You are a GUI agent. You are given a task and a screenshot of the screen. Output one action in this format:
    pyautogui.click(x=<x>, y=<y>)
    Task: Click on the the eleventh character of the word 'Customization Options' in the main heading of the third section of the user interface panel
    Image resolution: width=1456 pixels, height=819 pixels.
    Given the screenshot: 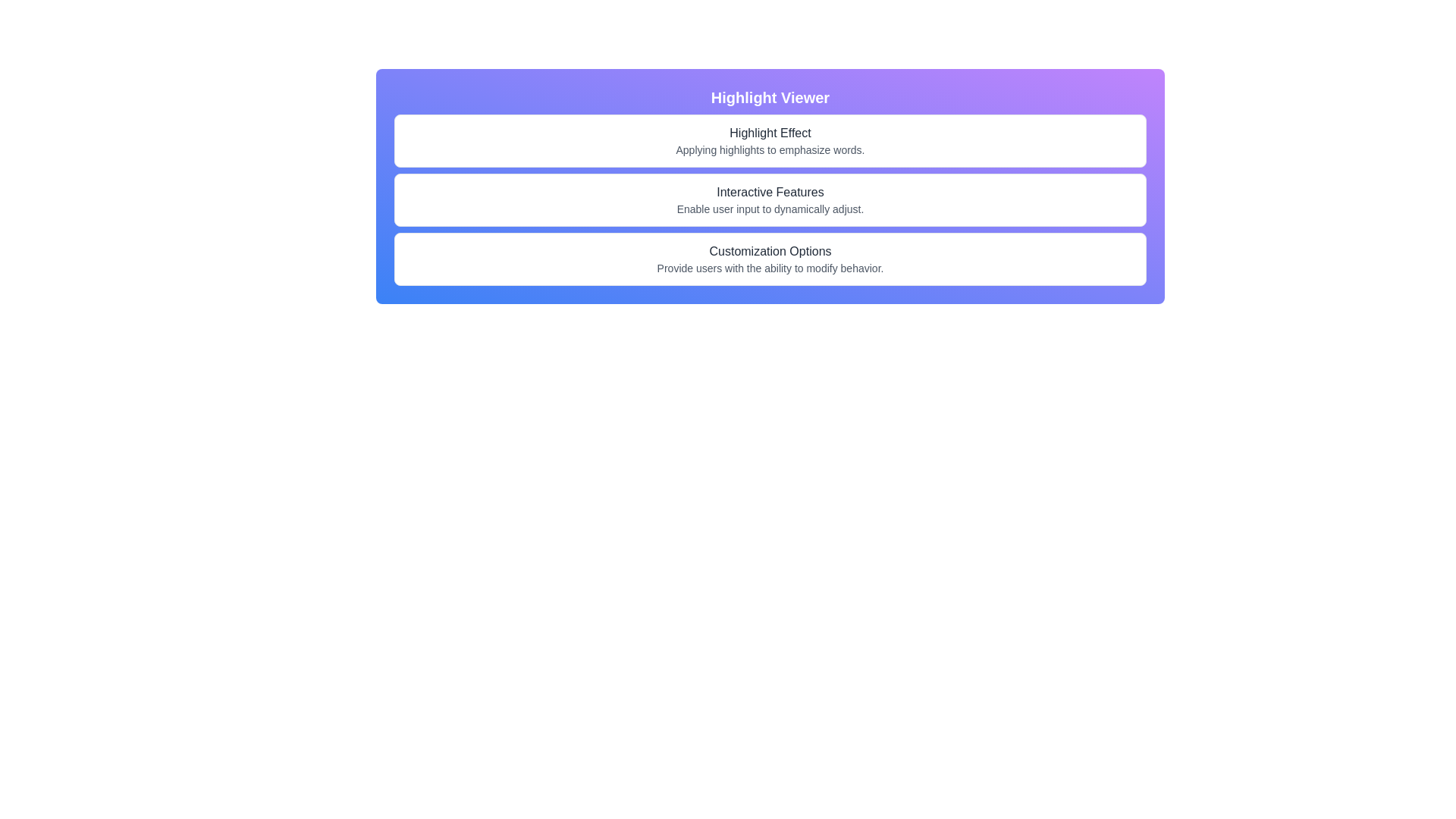 What is the action you would take?
    pyautogui.click(x=776, y=250)
    